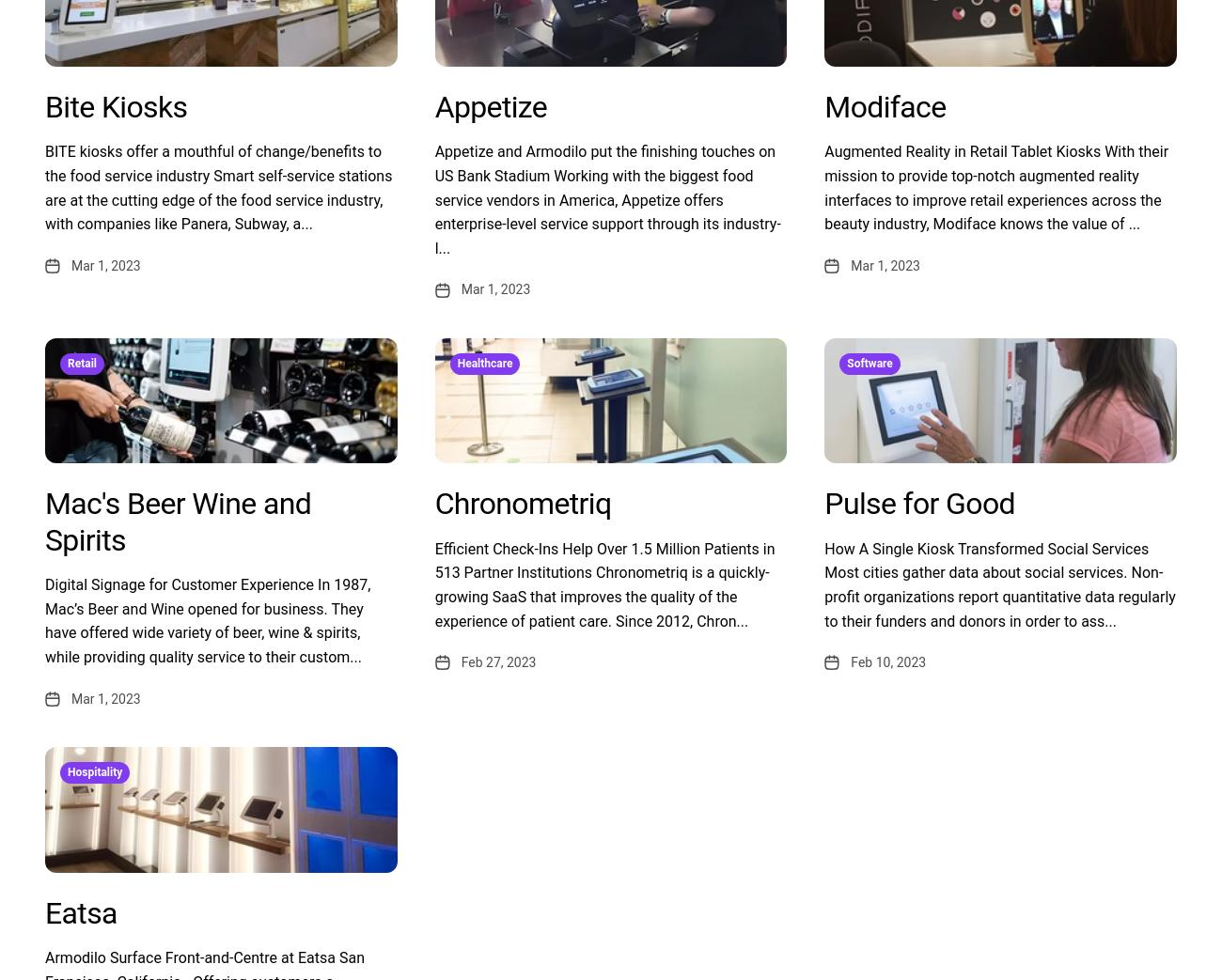 The width and height of the screenshot is (1222, 980). I want to click on 'Feb 27, 2023', so click(498, 661).